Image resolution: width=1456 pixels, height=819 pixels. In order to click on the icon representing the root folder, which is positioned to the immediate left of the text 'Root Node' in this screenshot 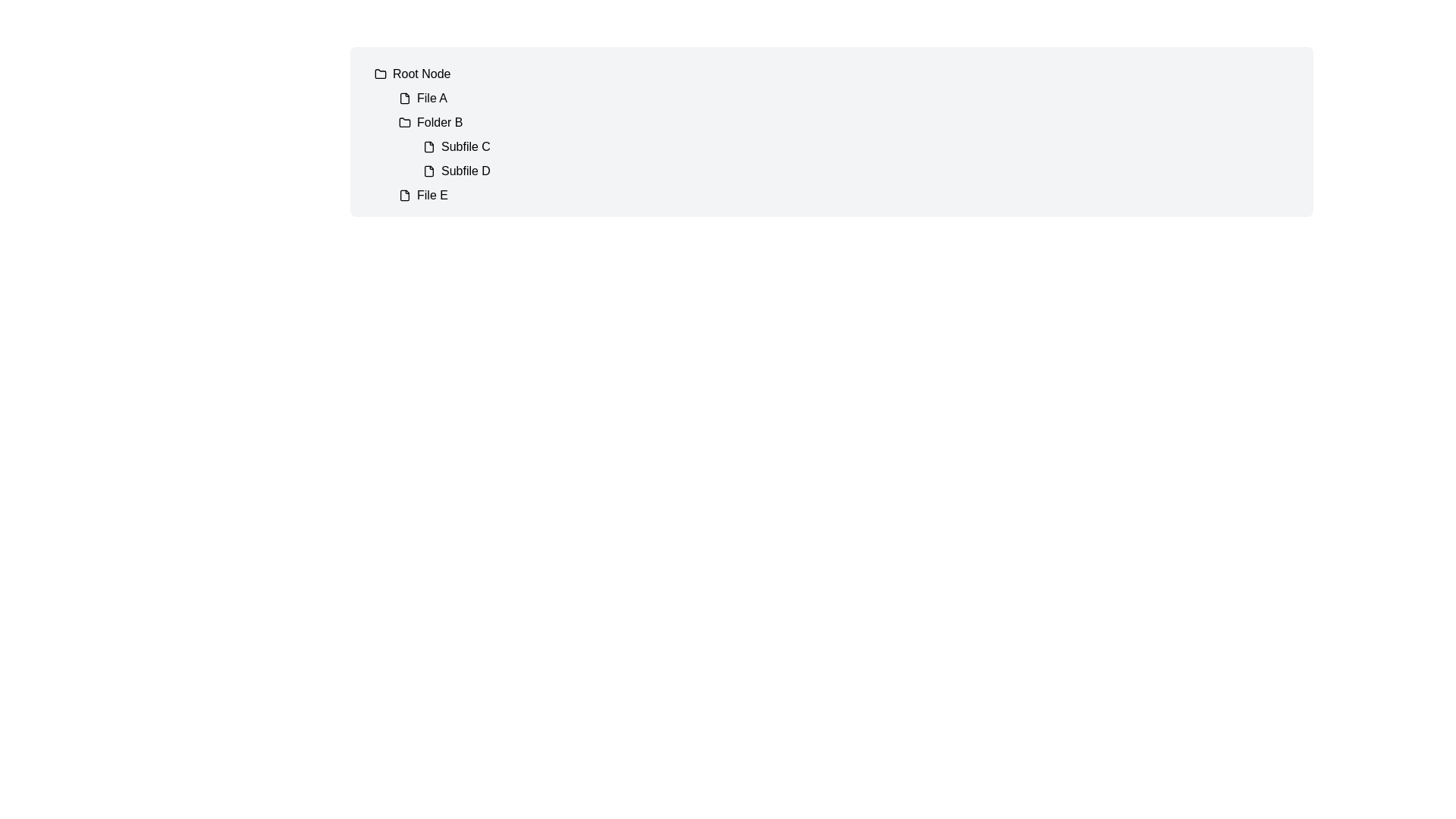, I will do `click(381, 74)`.